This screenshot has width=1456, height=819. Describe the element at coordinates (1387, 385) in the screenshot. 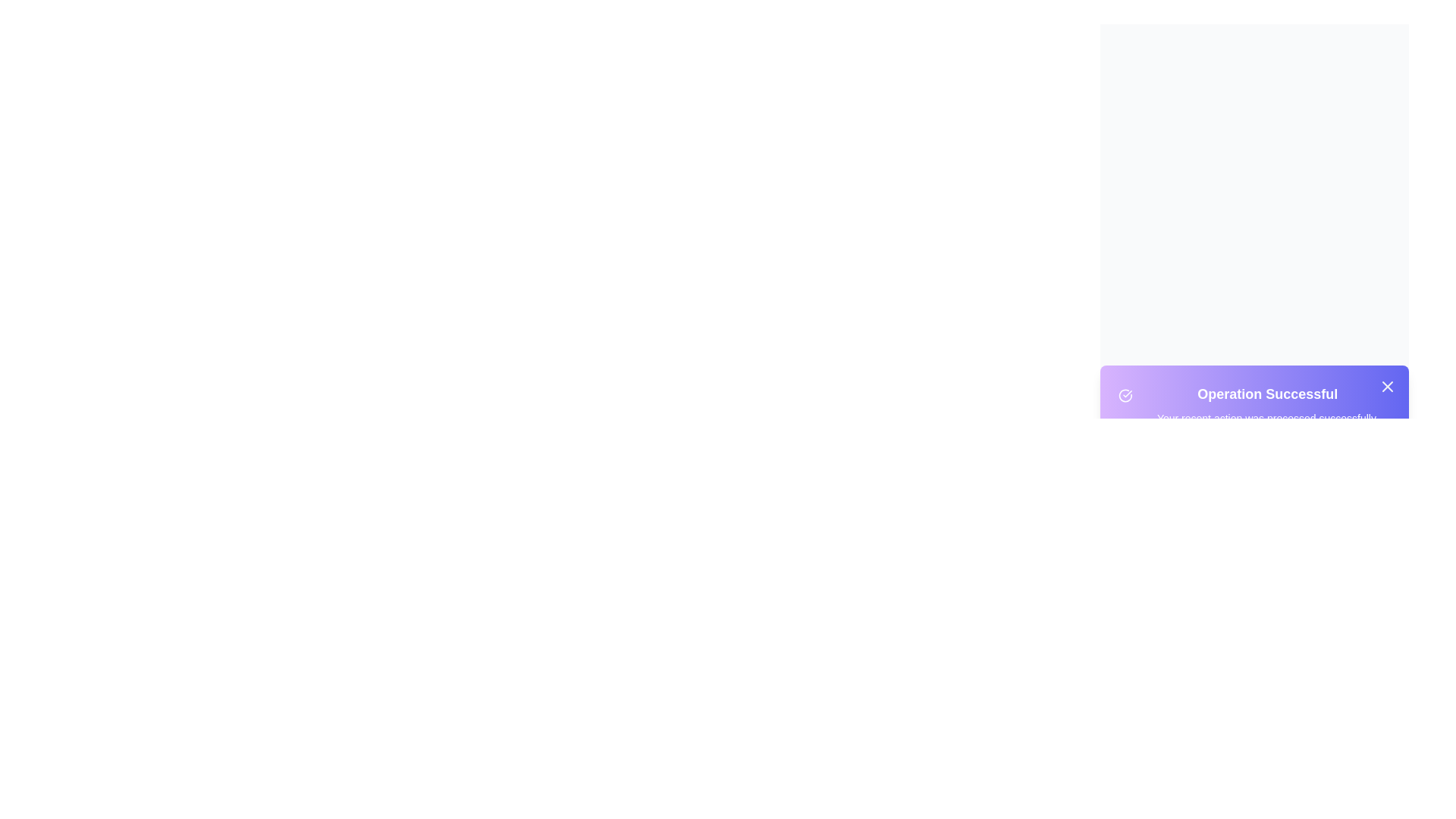

I see `close button to dismiss the notification` at that location.